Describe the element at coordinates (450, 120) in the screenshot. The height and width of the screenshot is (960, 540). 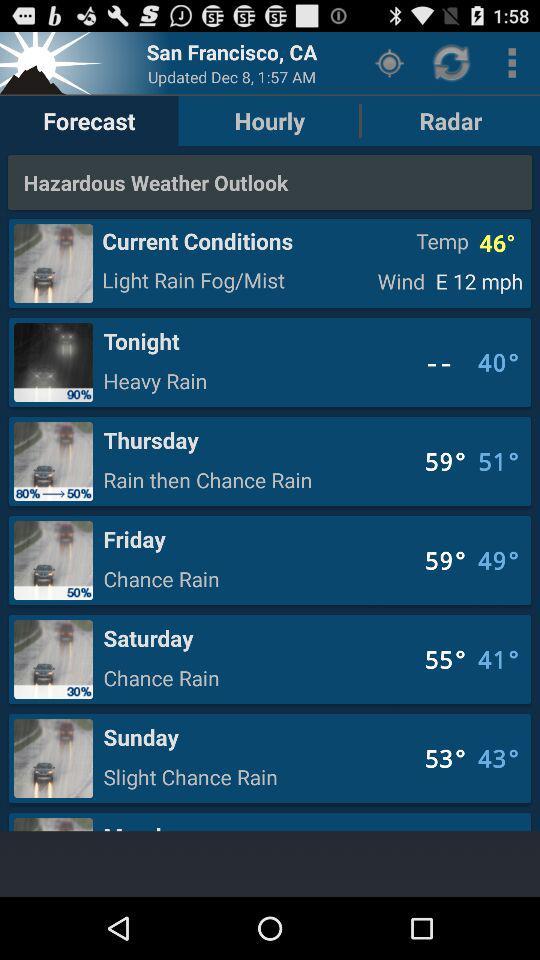
I see `the radar button` at that location.